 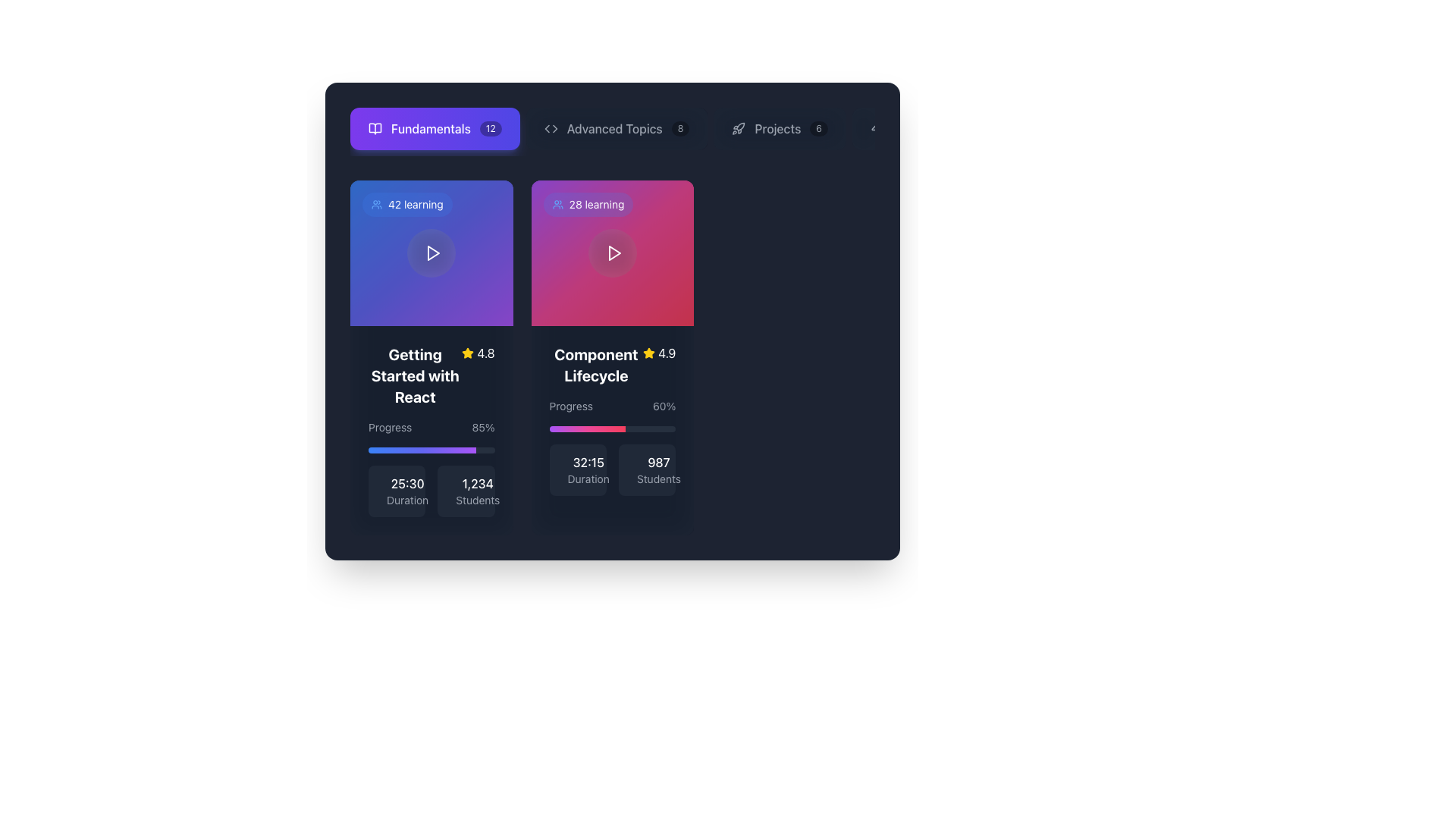 What do you see at coordinates (667, 353) in the screenshot?
I see `the static text displaying the rating '4.9' in white color, positioned next to a yellow star icon in the top-right section of the 'Component Lifecycle' card` at bounding box center [667, 353].